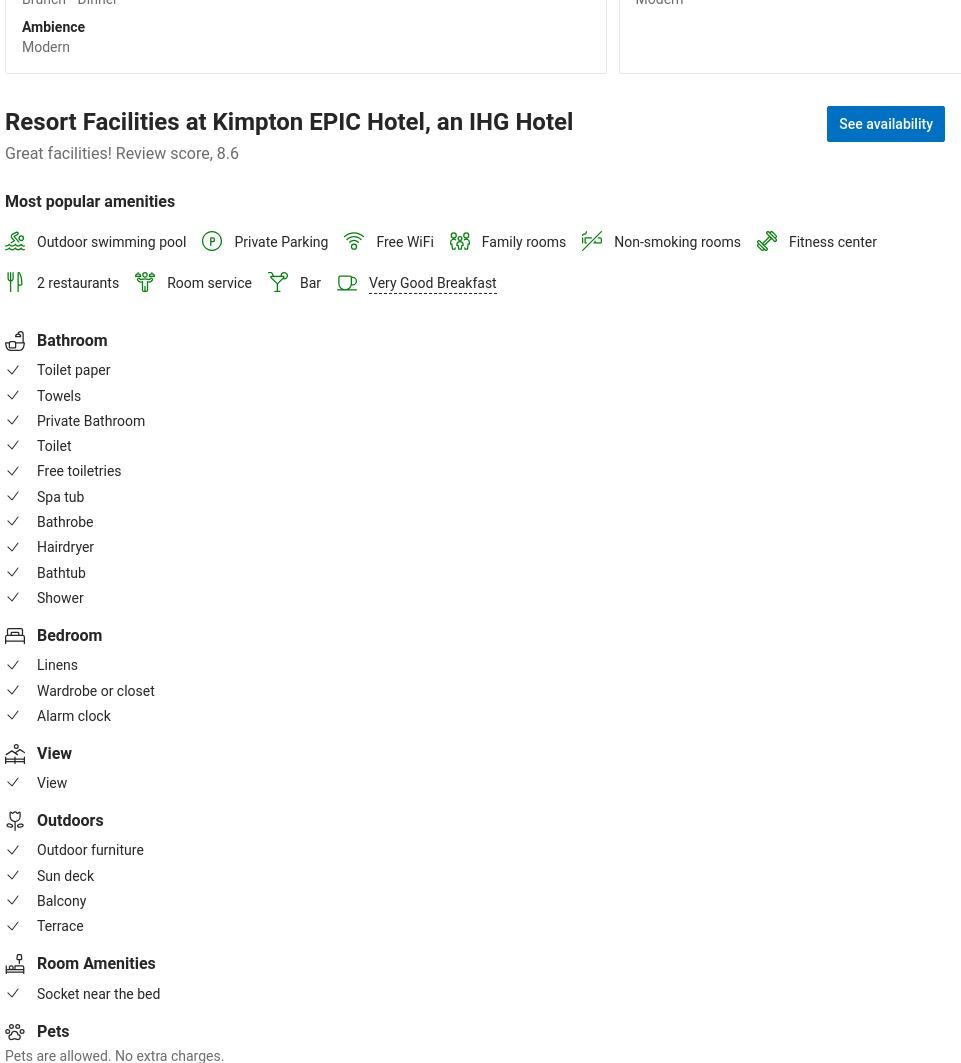 The width and height of the screenshot is (961, 1063). I want to click on 'Non-smoking rooms', so click(676, 240).